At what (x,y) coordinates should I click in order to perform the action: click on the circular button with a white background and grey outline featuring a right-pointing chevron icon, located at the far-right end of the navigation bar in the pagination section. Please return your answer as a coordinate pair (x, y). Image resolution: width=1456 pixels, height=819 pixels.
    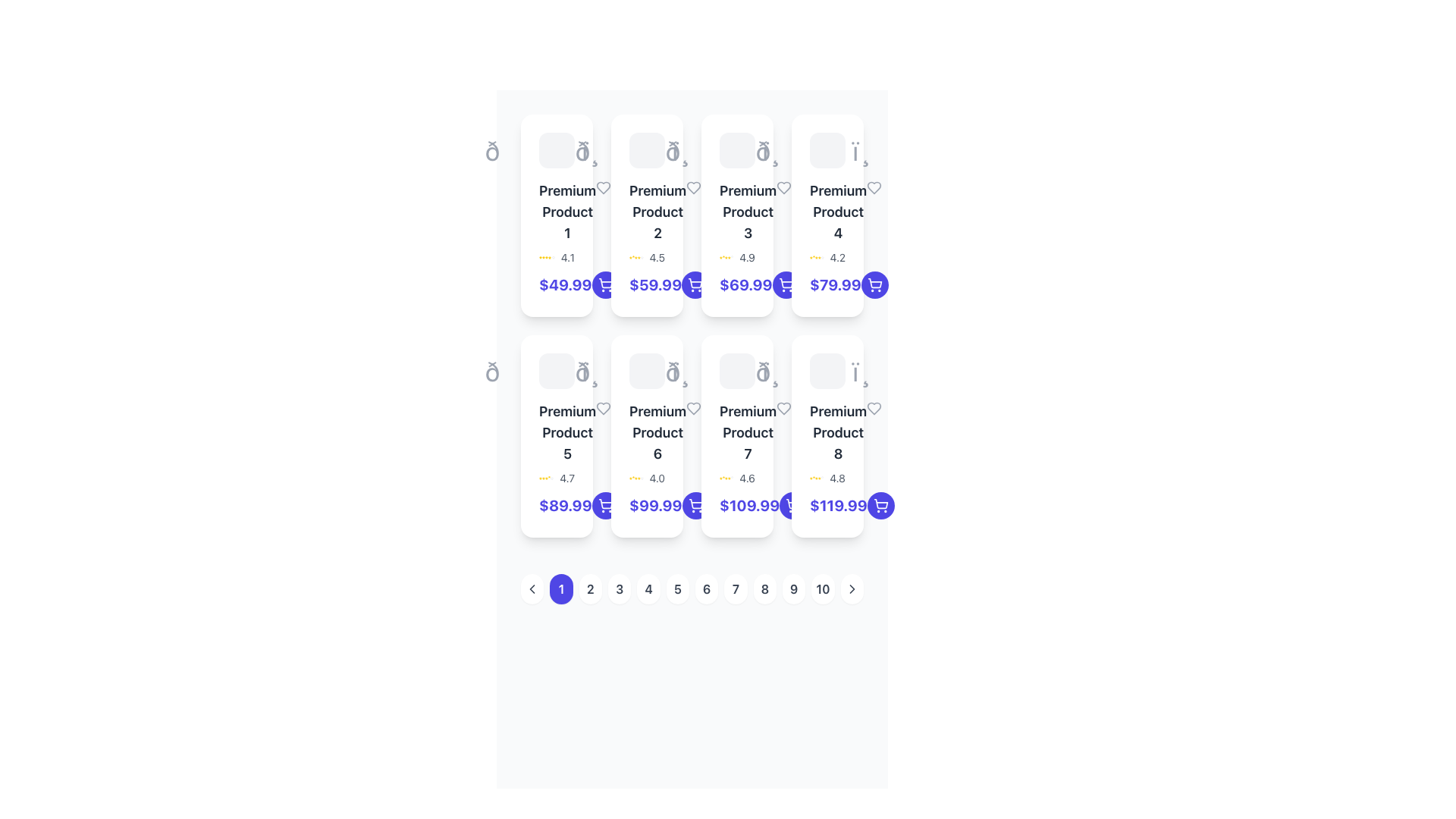
    Looking at the image, I should click on (852, 588).